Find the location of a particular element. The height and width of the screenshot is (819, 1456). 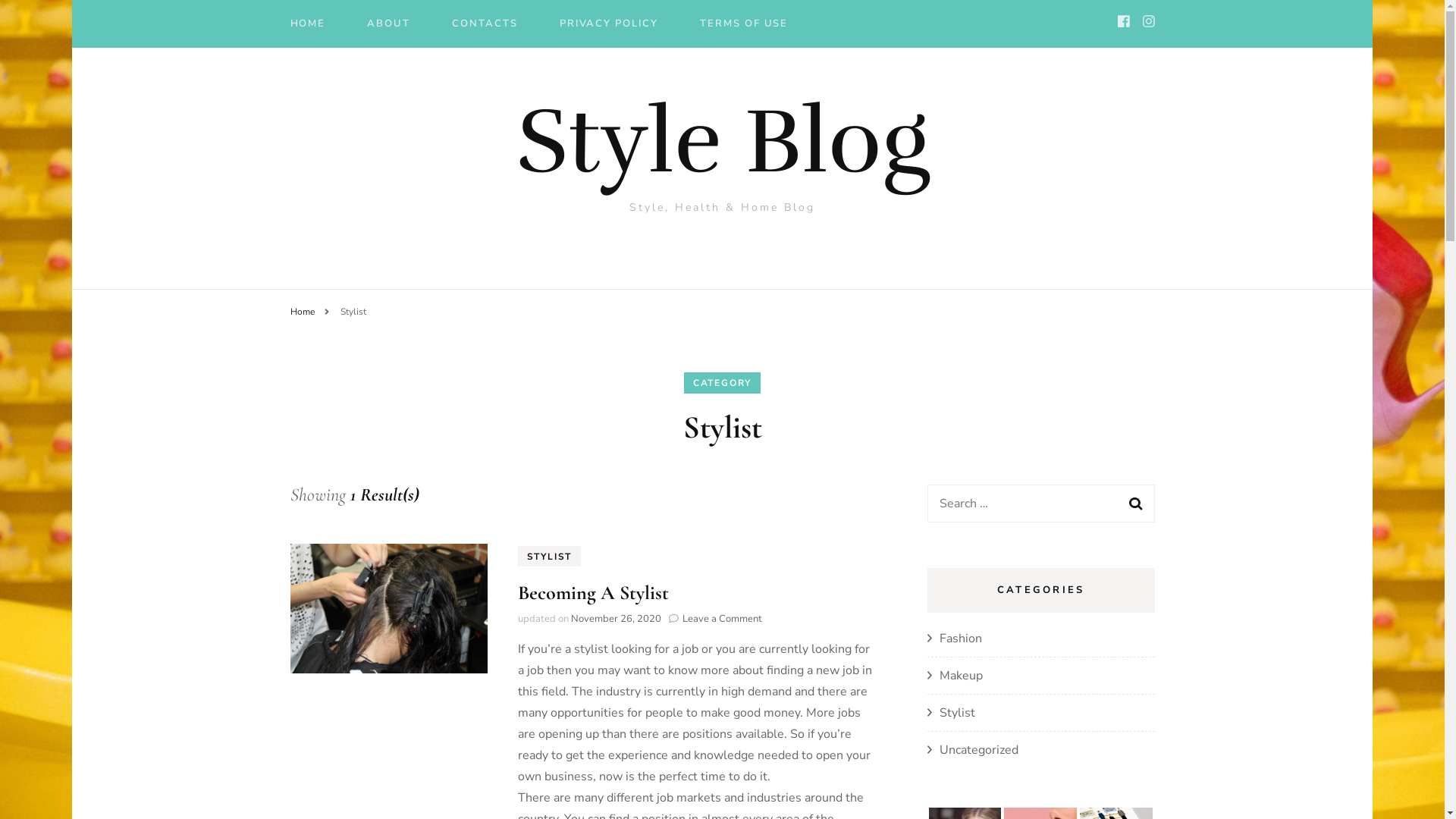

'Style Blog' is located at coordinates (720, 141).